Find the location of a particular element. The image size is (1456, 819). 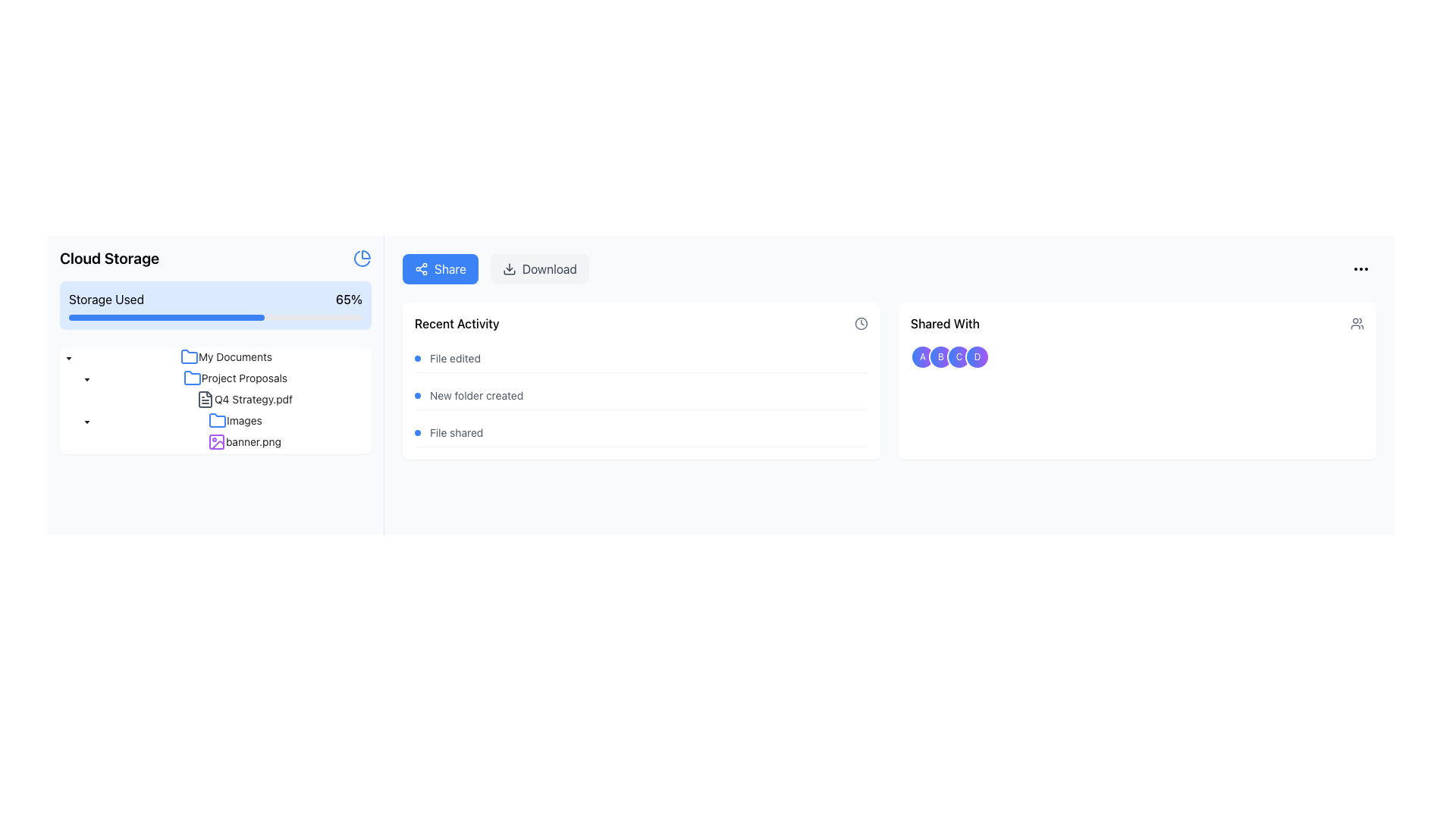

the ellipsis menu icon consisting of three horizontally aligned dots is located at coordinates (1361, 268).